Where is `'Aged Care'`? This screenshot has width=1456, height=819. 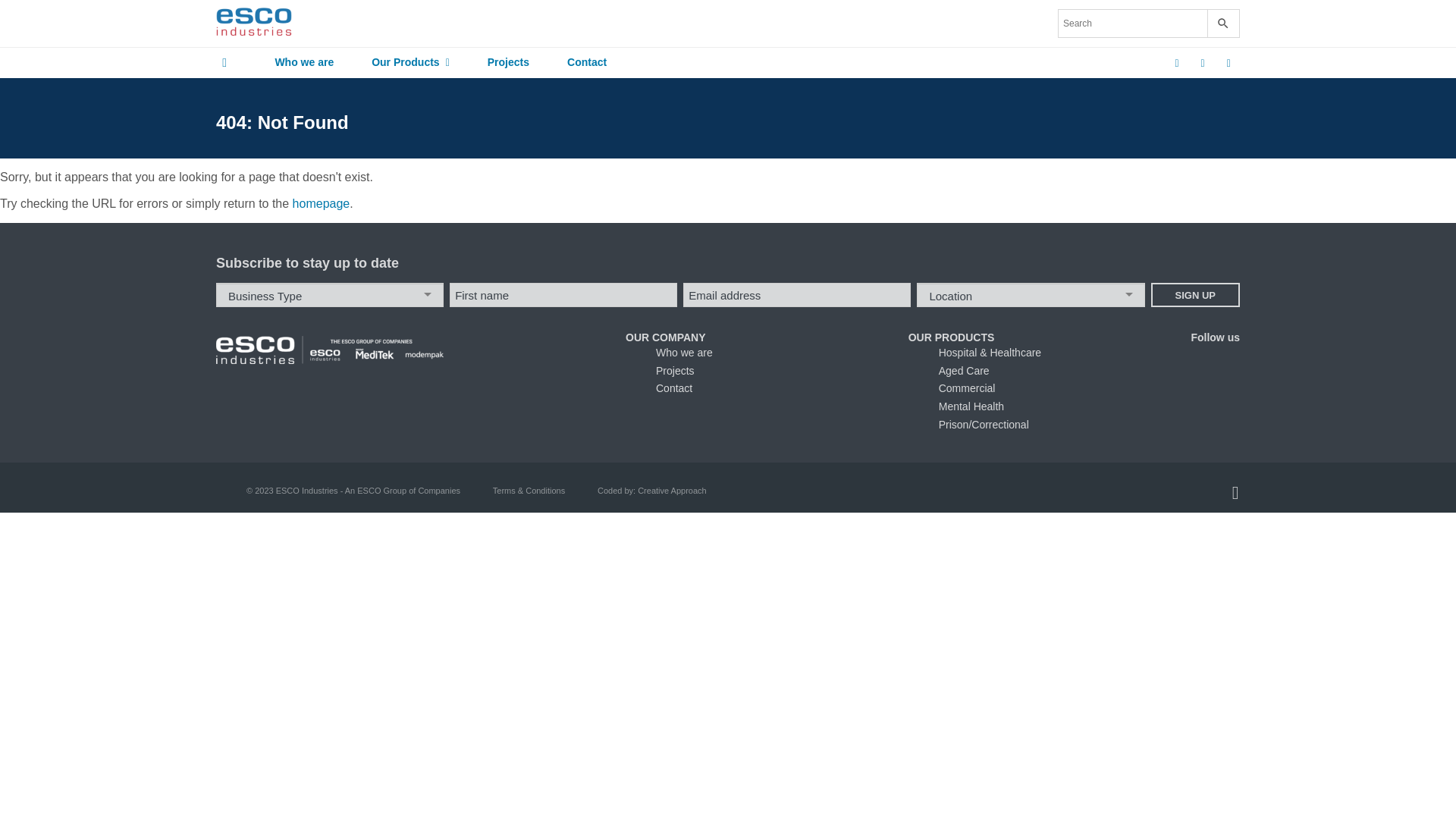
'Aged Care' is located at coordinates (963, 371).